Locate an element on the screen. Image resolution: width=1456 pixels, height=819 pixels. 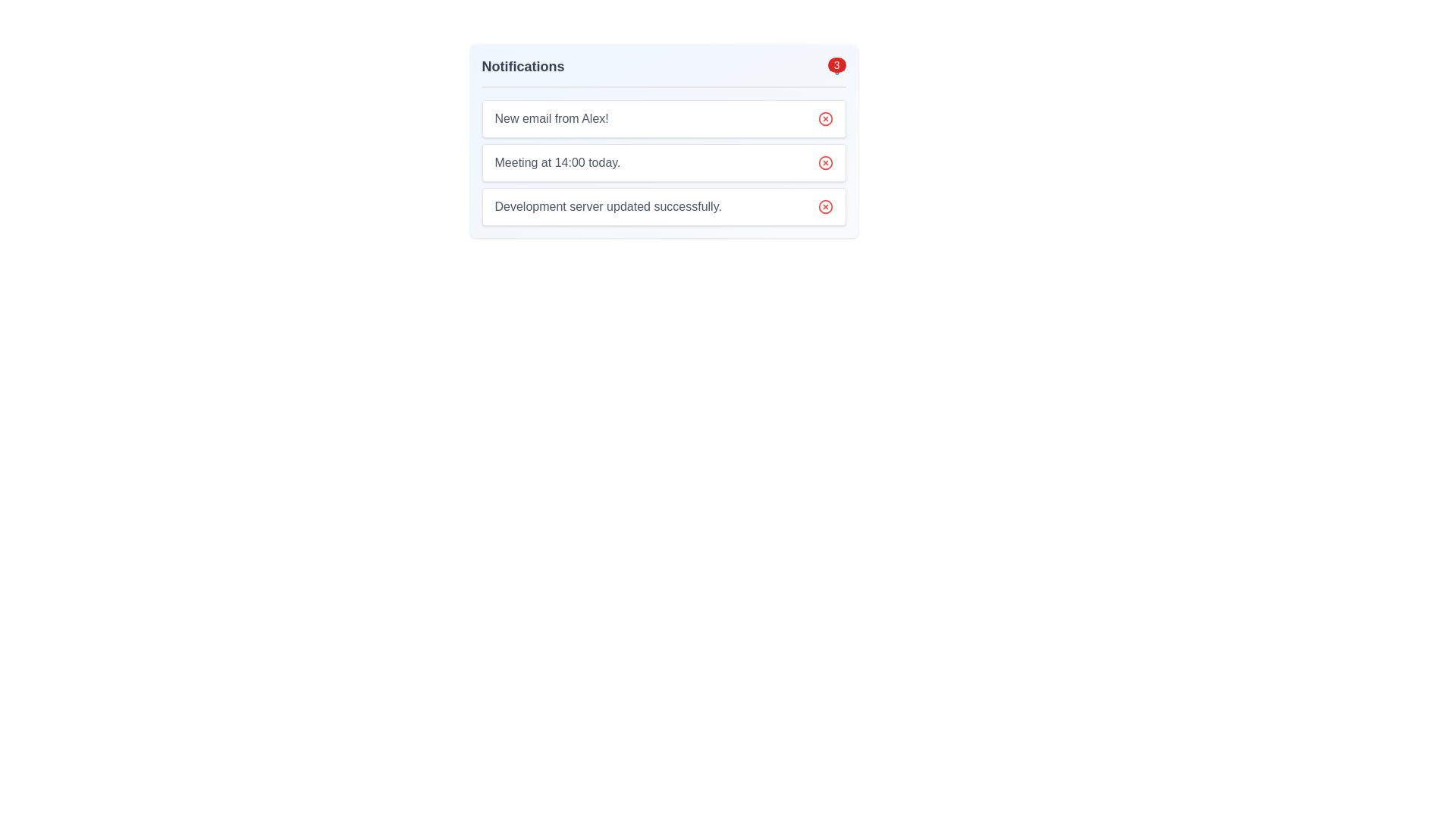
the dismiss button located in the bottom-right corner of the notification regarding 'Development server updated successfully' is located at coordinates (824, 207).